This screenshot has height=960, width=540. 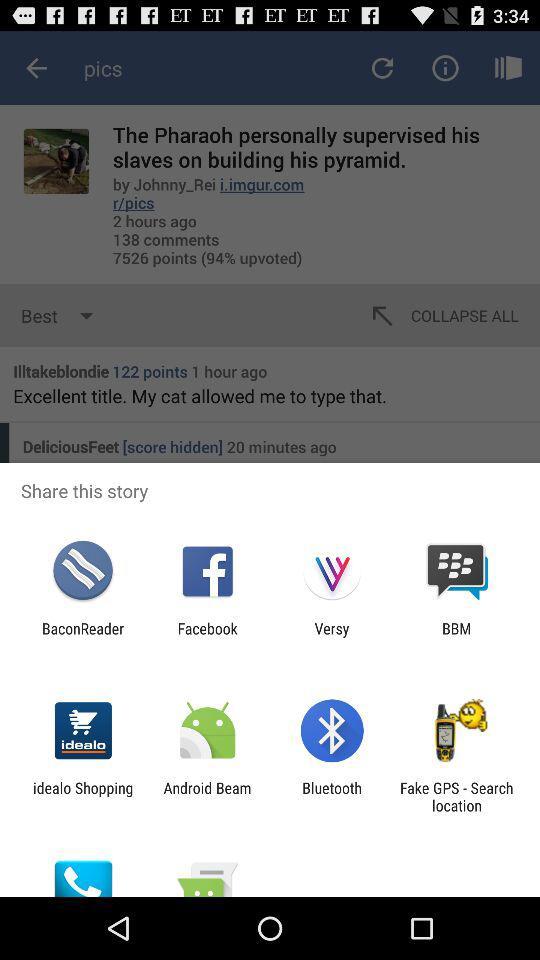 I want to click on the bluetooth icon, so click(x=332, y=796).